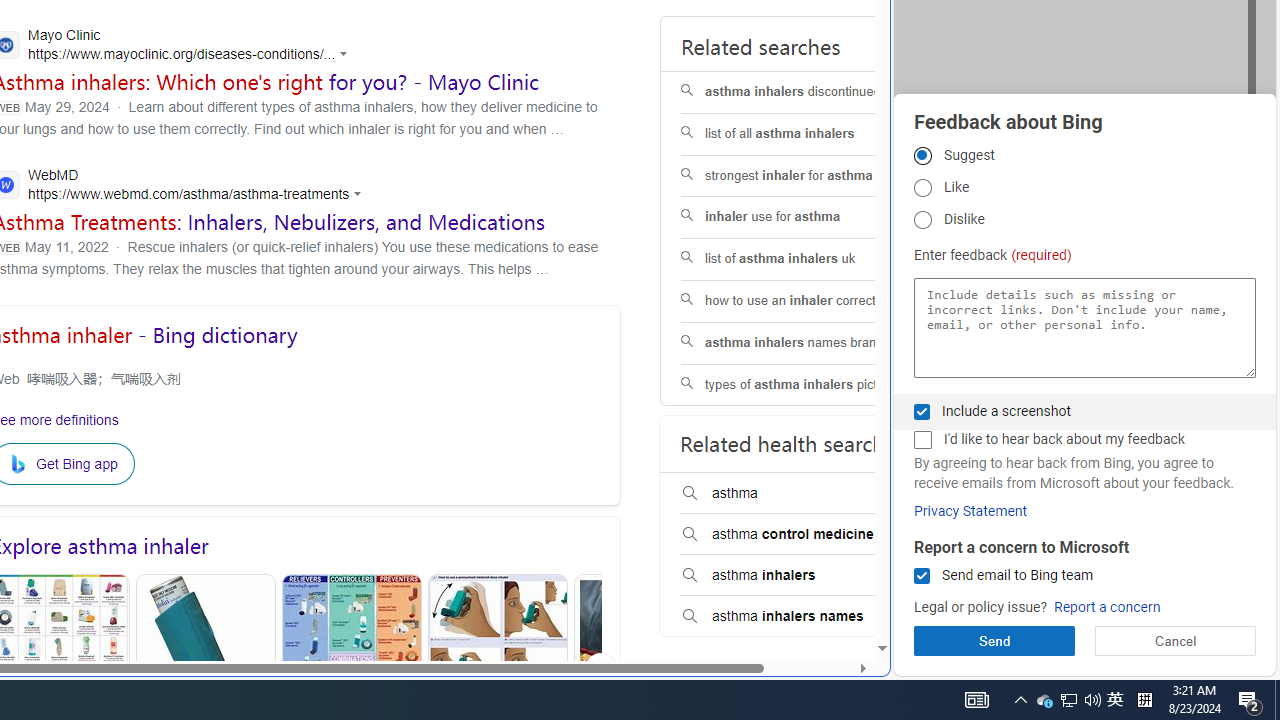 Image resolution: width=1280 pixels, height=720 pixels. I want to click on 'asthma inhalers discontinued', so click(807, 92).